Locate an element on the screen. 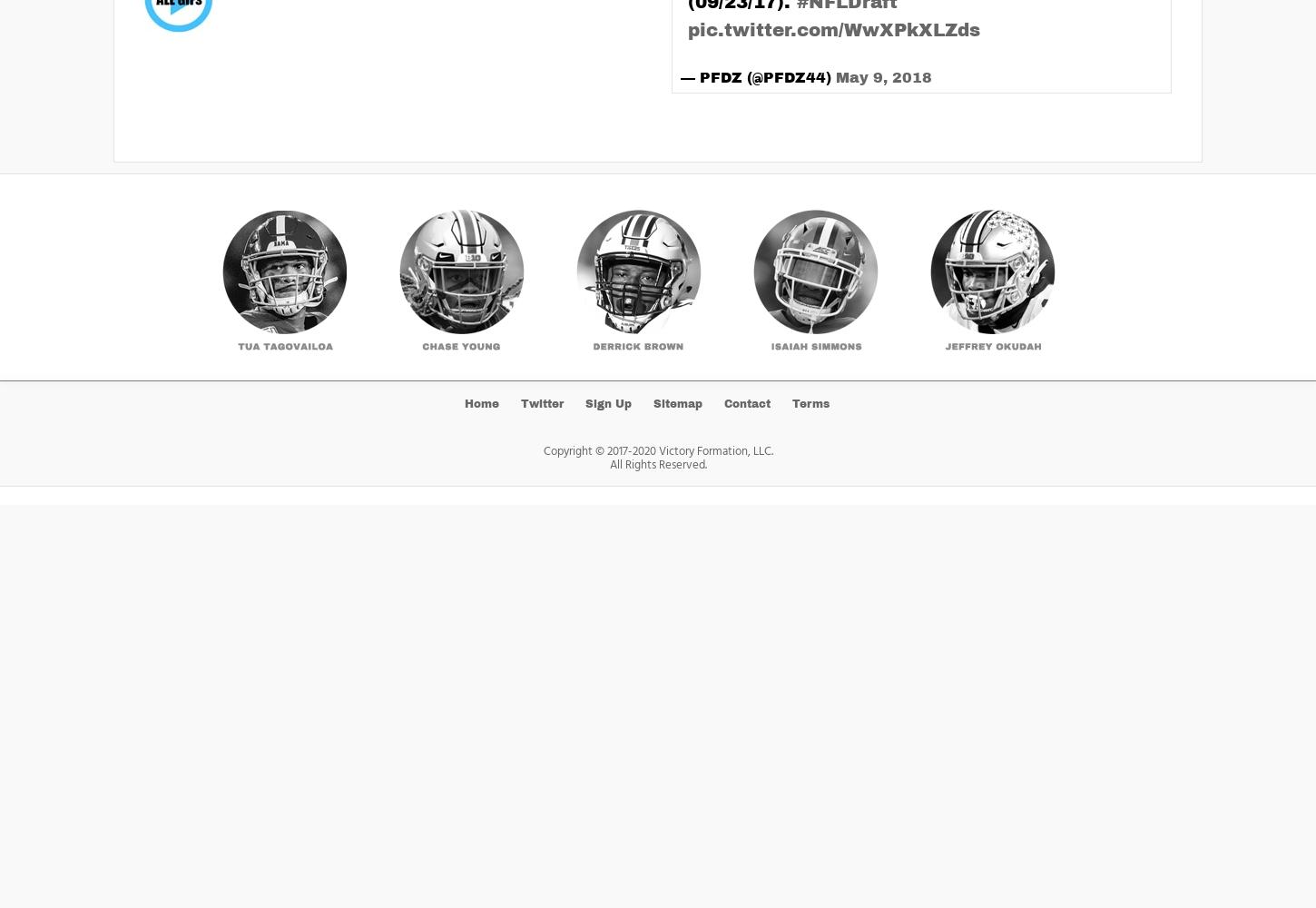 The height and width of the screenshot is (908, 1316). 'Terms' is located at coordinates (810, 402).